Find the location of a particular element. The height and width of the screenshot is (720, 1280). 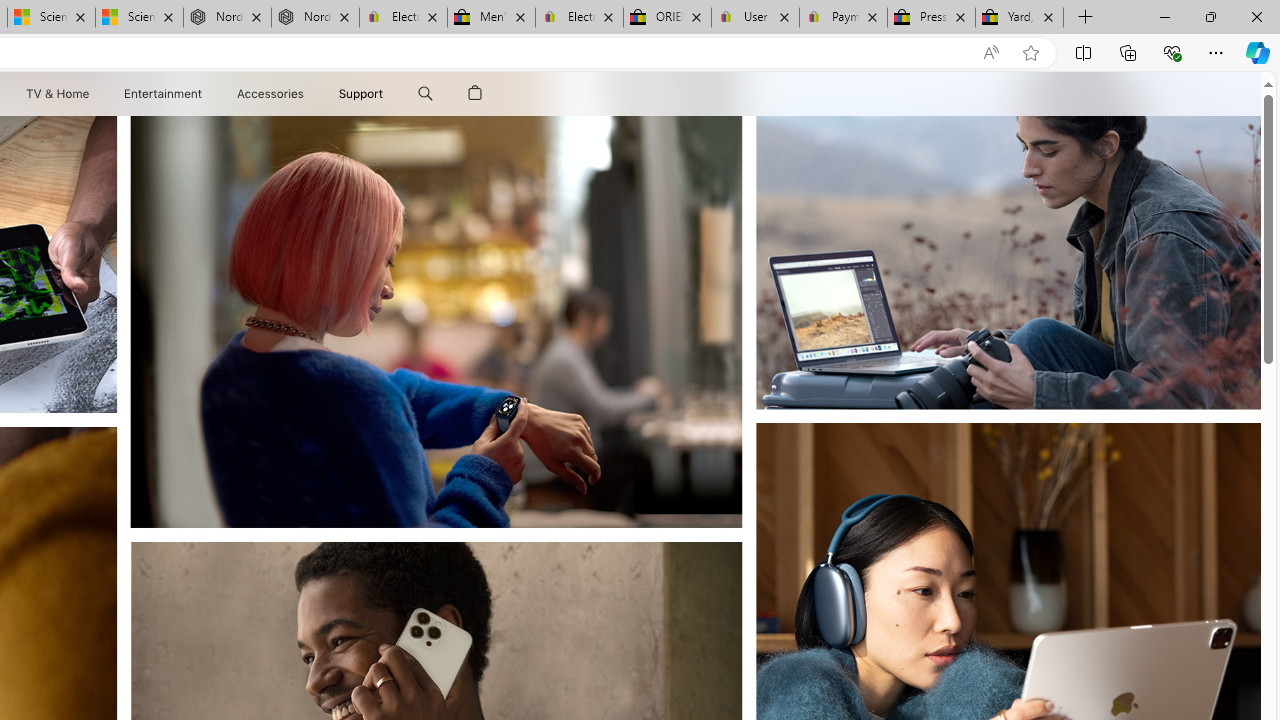

'Entertainment' is located at coordinates (163, 93).